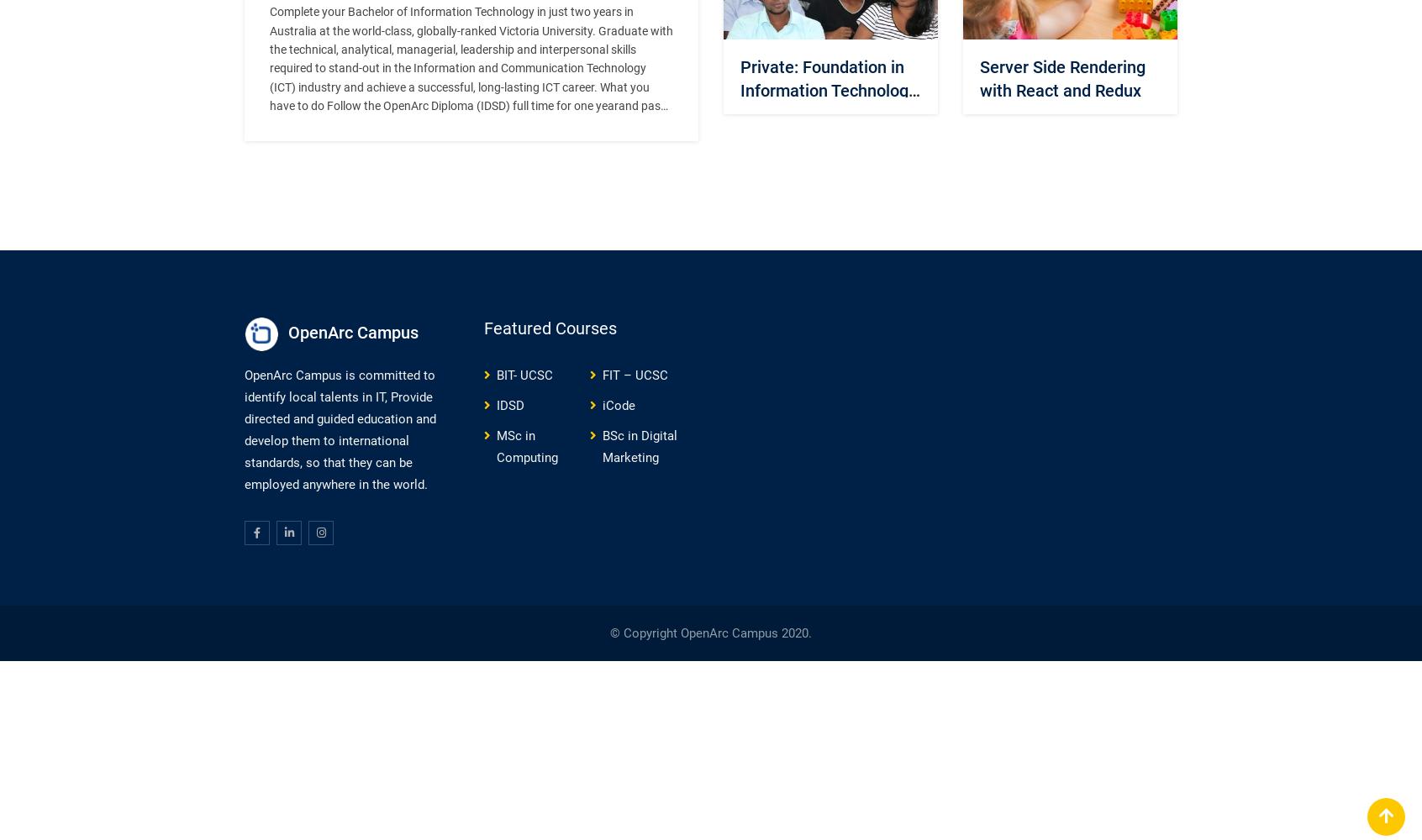  I want to click on 'OpenArc Campus', so click(353, 332).